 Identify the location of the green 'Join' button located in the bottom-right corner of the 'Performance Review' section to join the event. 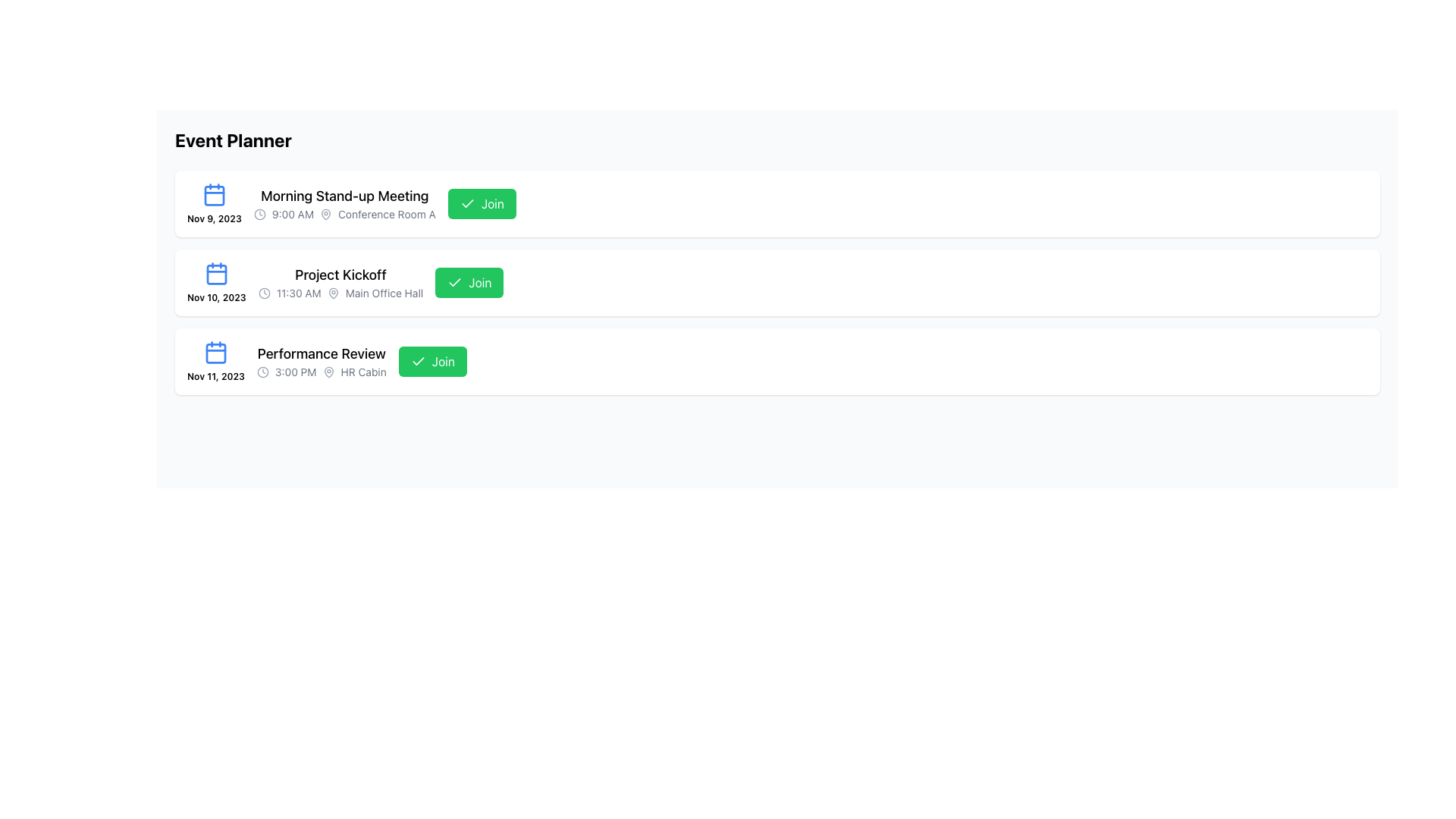
(431, 362).